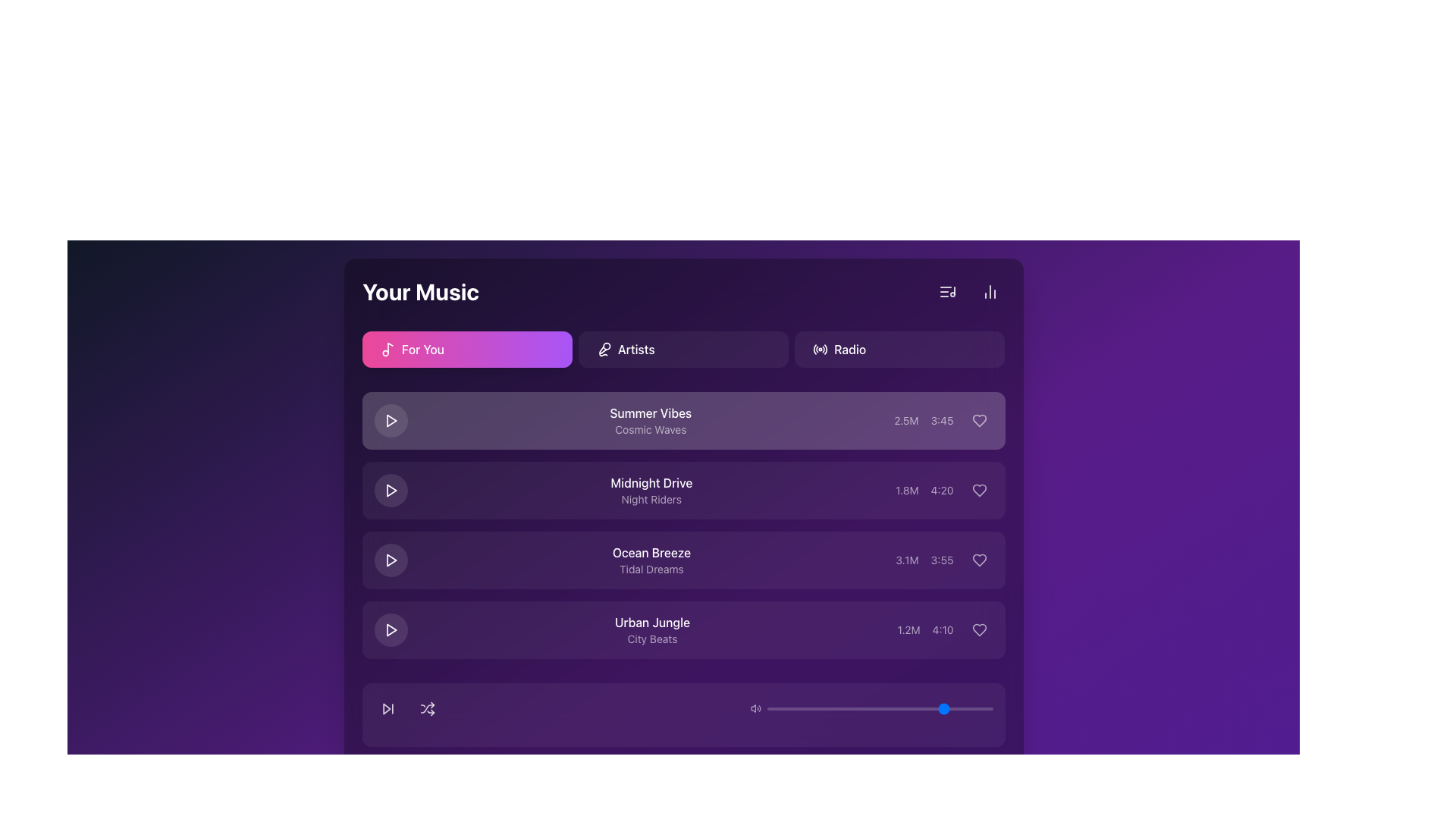  What do you see at coordinates (651, 570) in the screenshot?
I see `the static text element that provides additional information for the music track 'Ocean Breeze', positioned below the title in the playlist` at bounding box center [651, 570].